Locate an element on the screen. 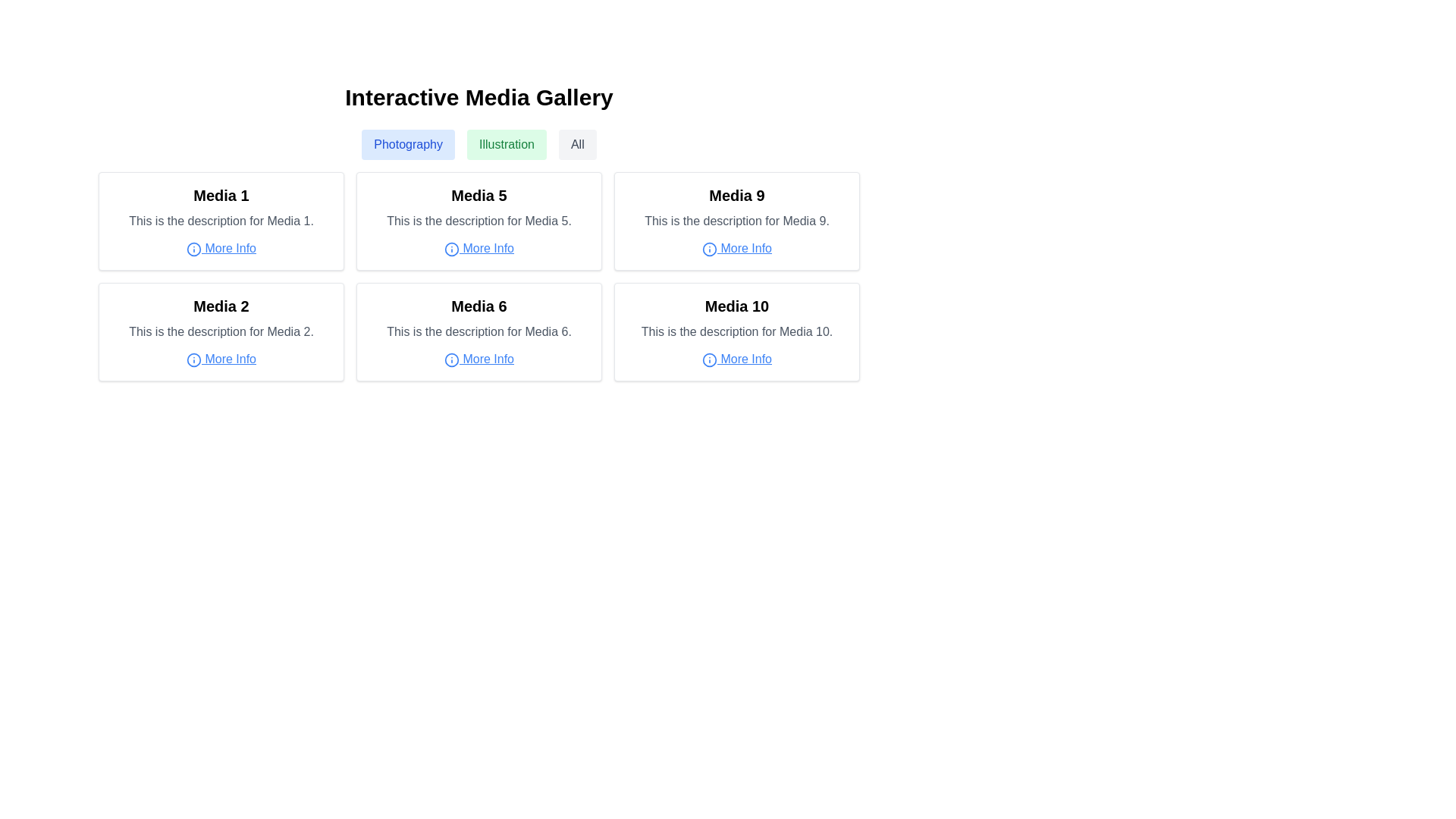  the 'information' icon that is part of the 'More Info' link associated with 'Media 9', which is a circular icon containing an 'i' symbol located in the third column of the second row is located at coordinates (709, 248).